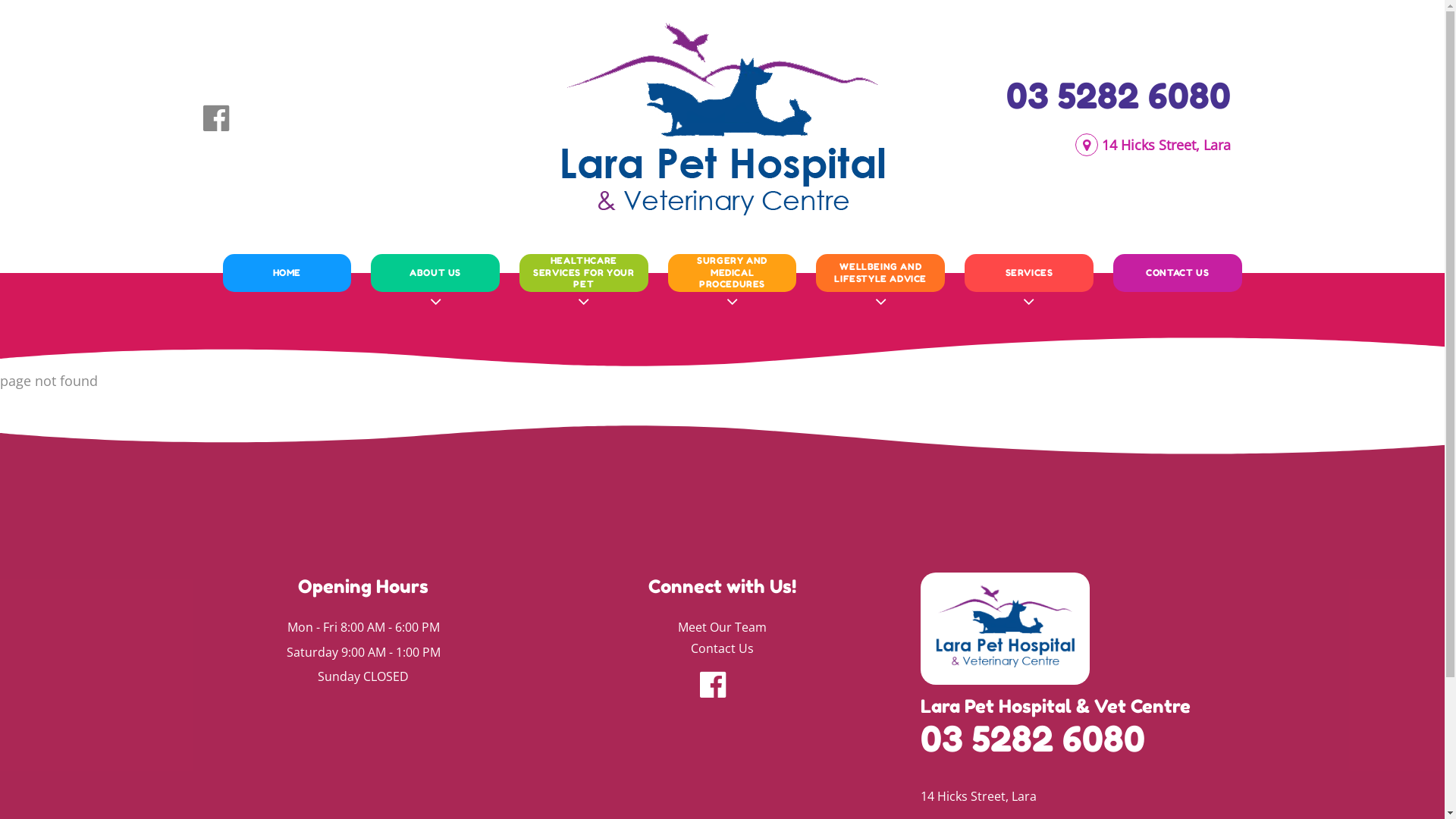 This screenshot has width=1456, height=819. Describe the element at coordinates (231, 271) in the screenshot. I see `'HOME'` at that location.